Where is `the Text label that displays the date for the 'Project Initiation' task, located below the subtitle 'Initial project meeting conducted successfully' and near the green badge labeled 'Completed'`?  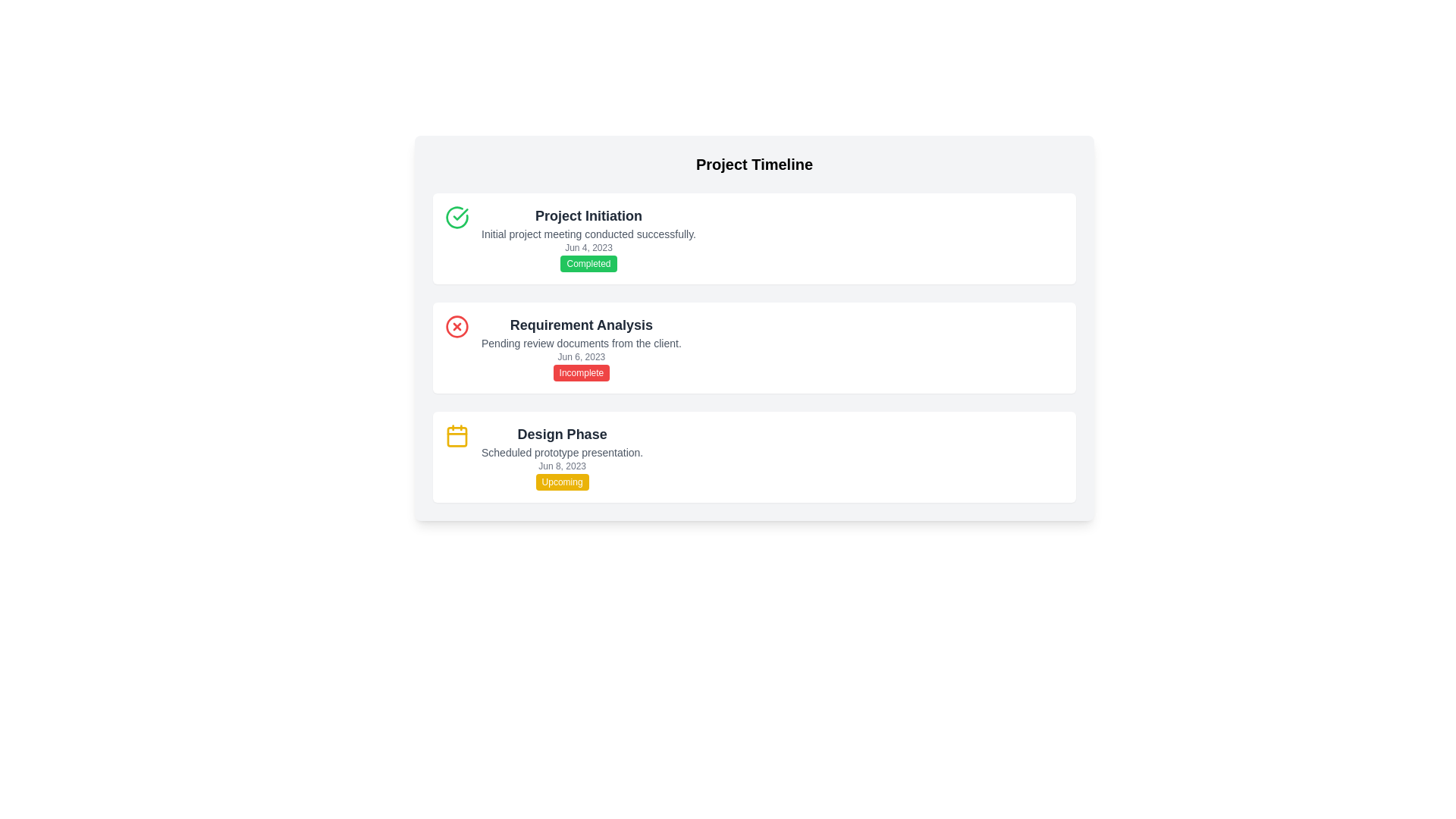 the Text label that displays the date for the 'Project Initiation' task, located below the subtitle 'Initial project meeting conducted successfully' and near the green badge labeled 'Completed' is located at coordinates (588, 247).